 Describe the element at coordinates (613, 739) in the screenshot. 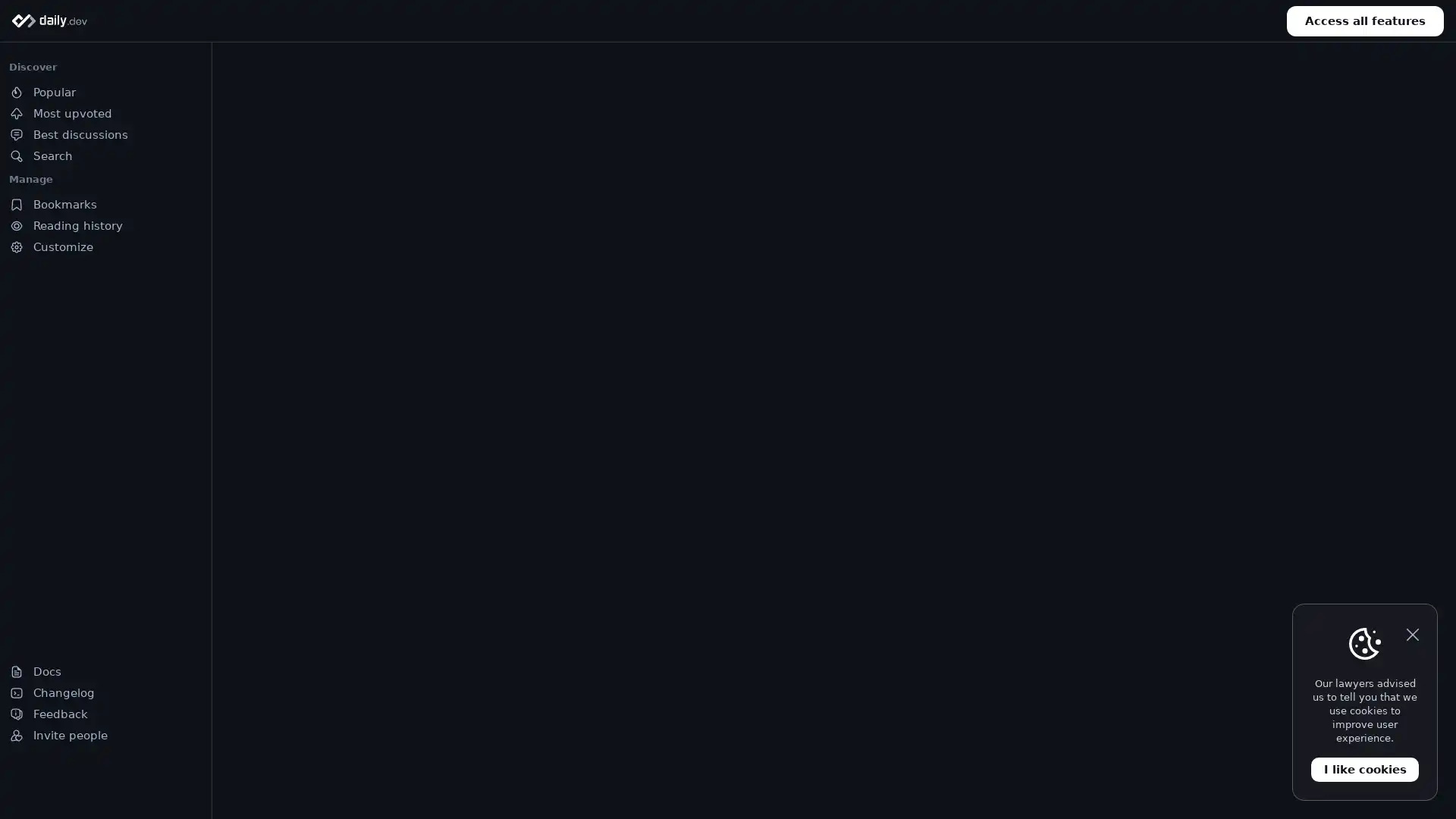

I see `Upvote` at that location.